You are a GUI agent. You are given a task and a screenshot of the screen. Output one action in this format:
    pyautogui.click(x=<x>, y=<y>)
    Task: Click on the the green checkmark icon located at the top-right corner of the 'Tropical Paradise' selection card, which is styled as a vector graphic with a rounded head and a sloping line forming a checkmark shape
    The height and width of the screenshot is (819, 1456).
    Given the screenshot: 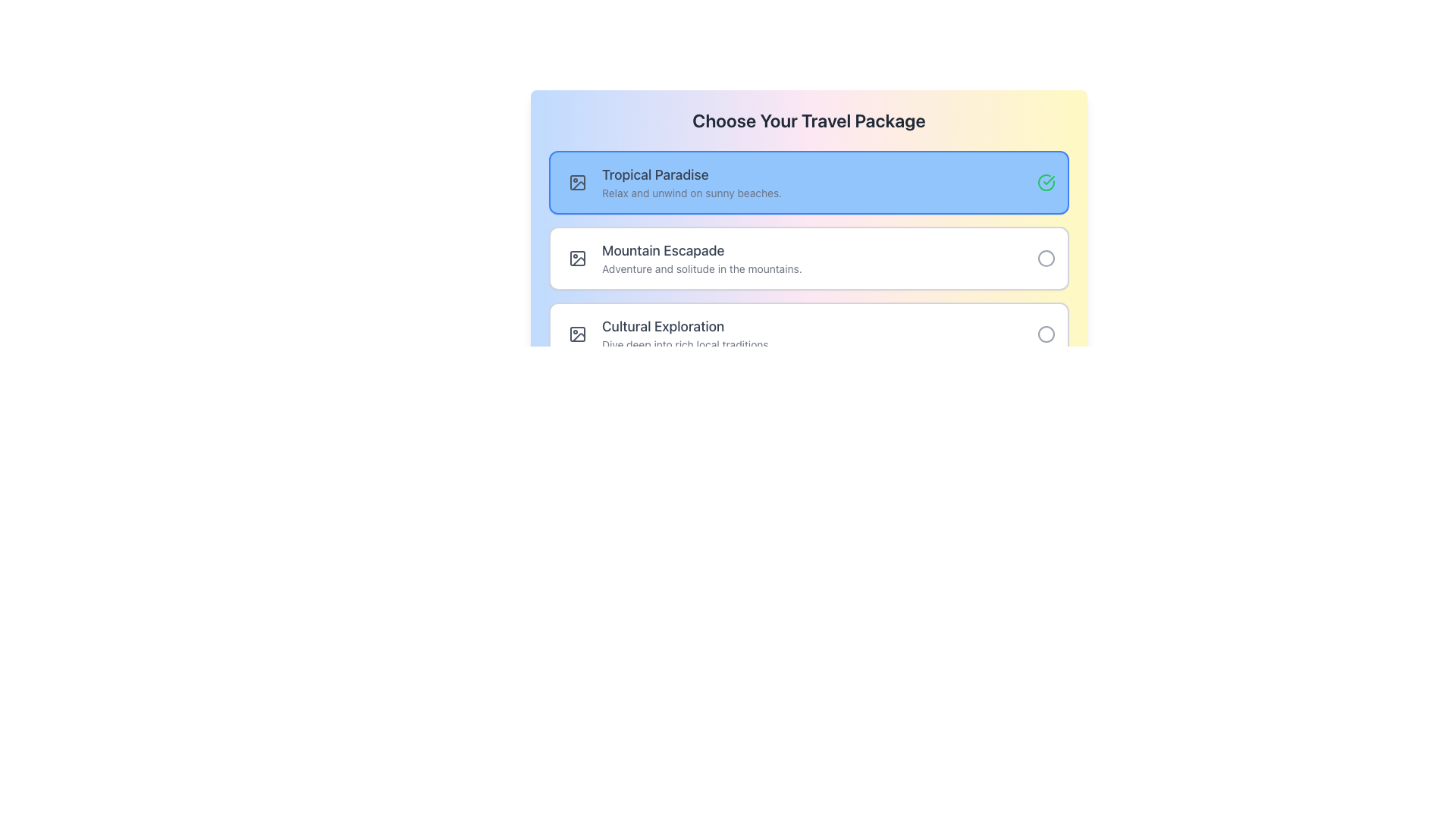 What is the action you would take?
    pyautogui.click(x=1048, y=180)
    